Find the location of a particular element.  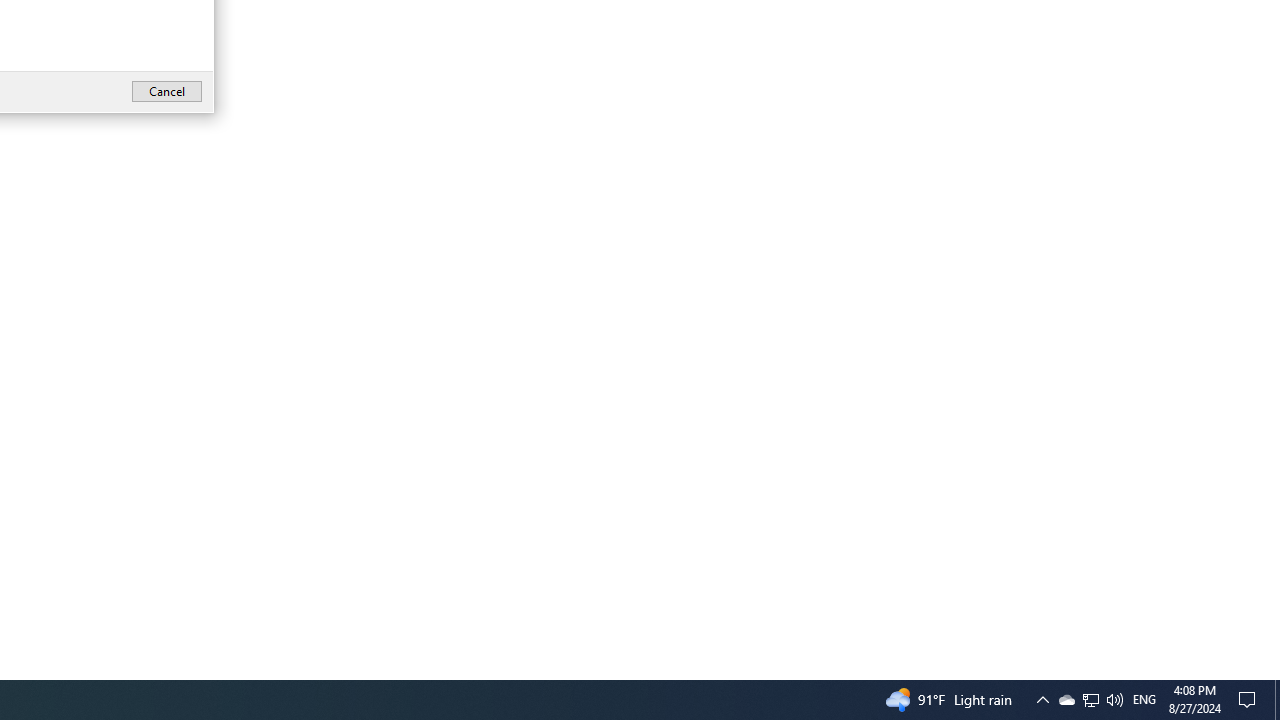

'Notification Chevron' is located at coordinates (1041, 698).